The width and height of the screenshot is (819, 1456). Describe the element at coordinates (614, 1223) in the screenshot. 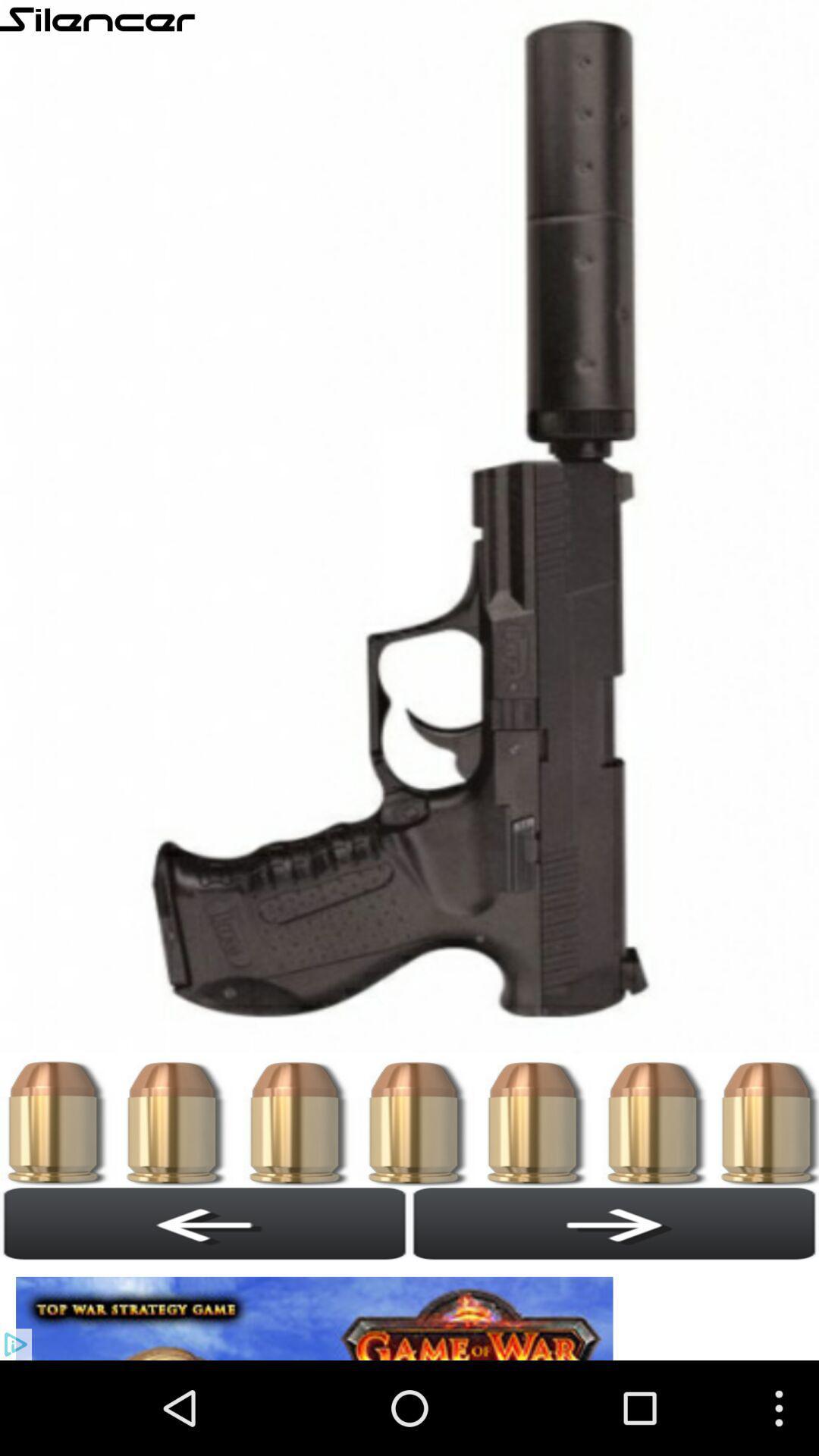

I see `next weapon` at that location.